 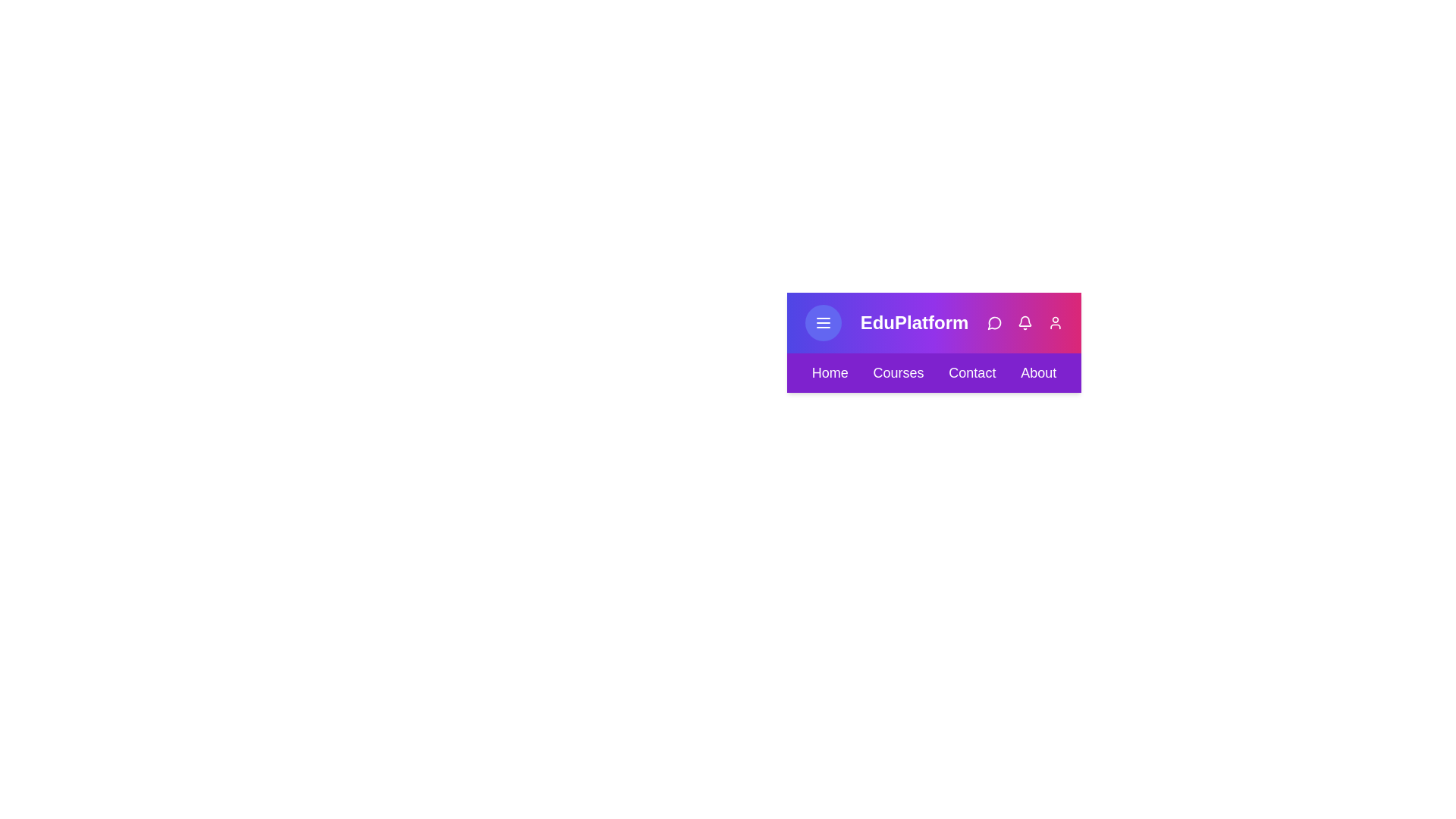 What do you see at coordinates (822, 322) in the screenshot?
I see `the menu button to toggle the navigation menu visibility` at bounding box center [822, 322].